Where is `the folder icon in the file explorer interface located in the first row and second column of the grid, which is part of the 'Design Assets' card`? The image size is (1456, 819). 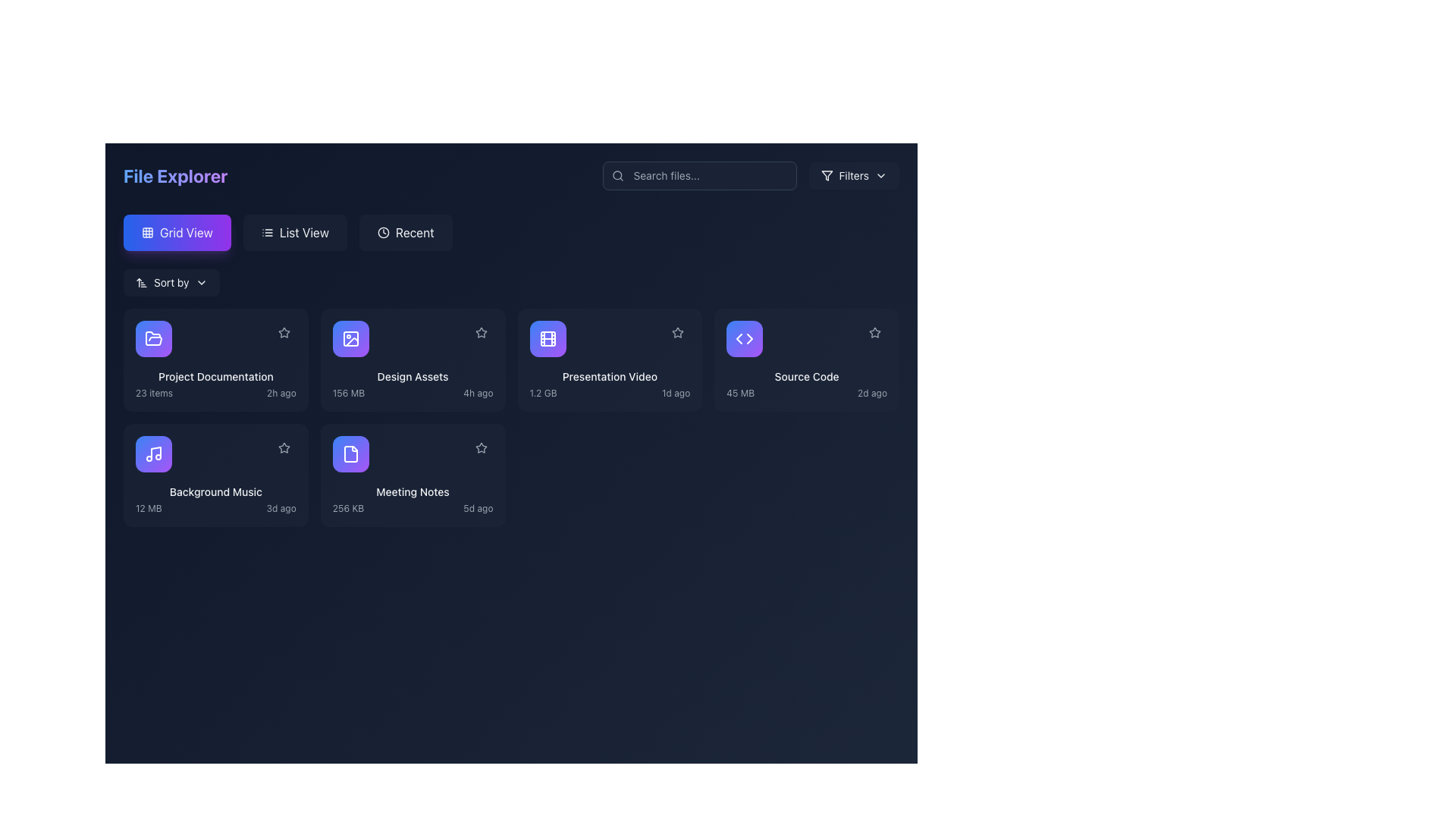 the folder icon in the file explorer interface located in the first row and second column of the grid, which is part of the 'Design Assets' card is located at coordinates (153, 337).